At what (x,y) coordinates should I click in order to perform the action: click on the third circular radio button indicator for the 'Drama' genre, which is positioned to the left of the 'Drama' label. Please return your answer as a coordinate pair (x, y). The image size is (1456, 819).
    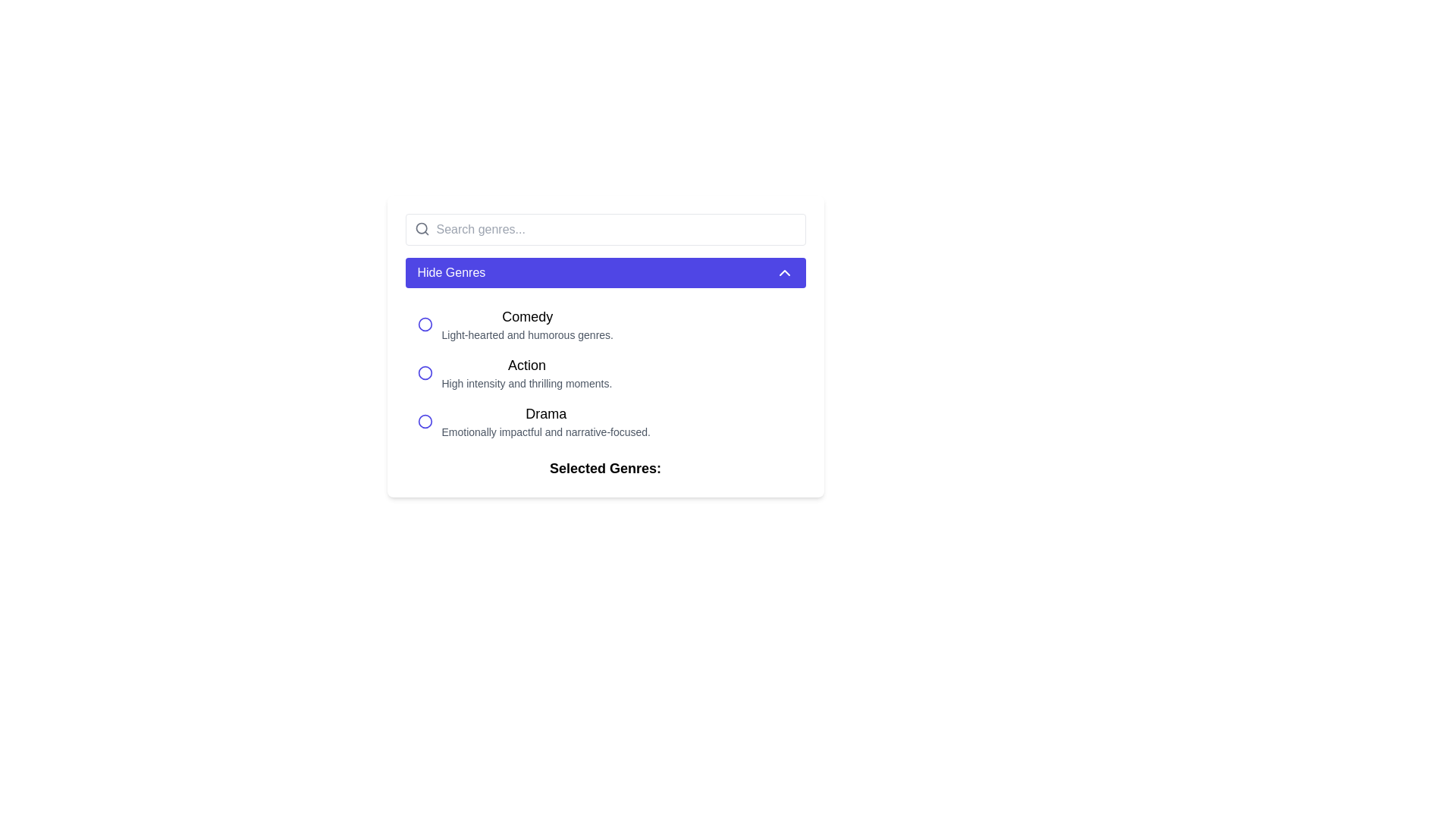
    Looking at the image, I should click on (425, 421).